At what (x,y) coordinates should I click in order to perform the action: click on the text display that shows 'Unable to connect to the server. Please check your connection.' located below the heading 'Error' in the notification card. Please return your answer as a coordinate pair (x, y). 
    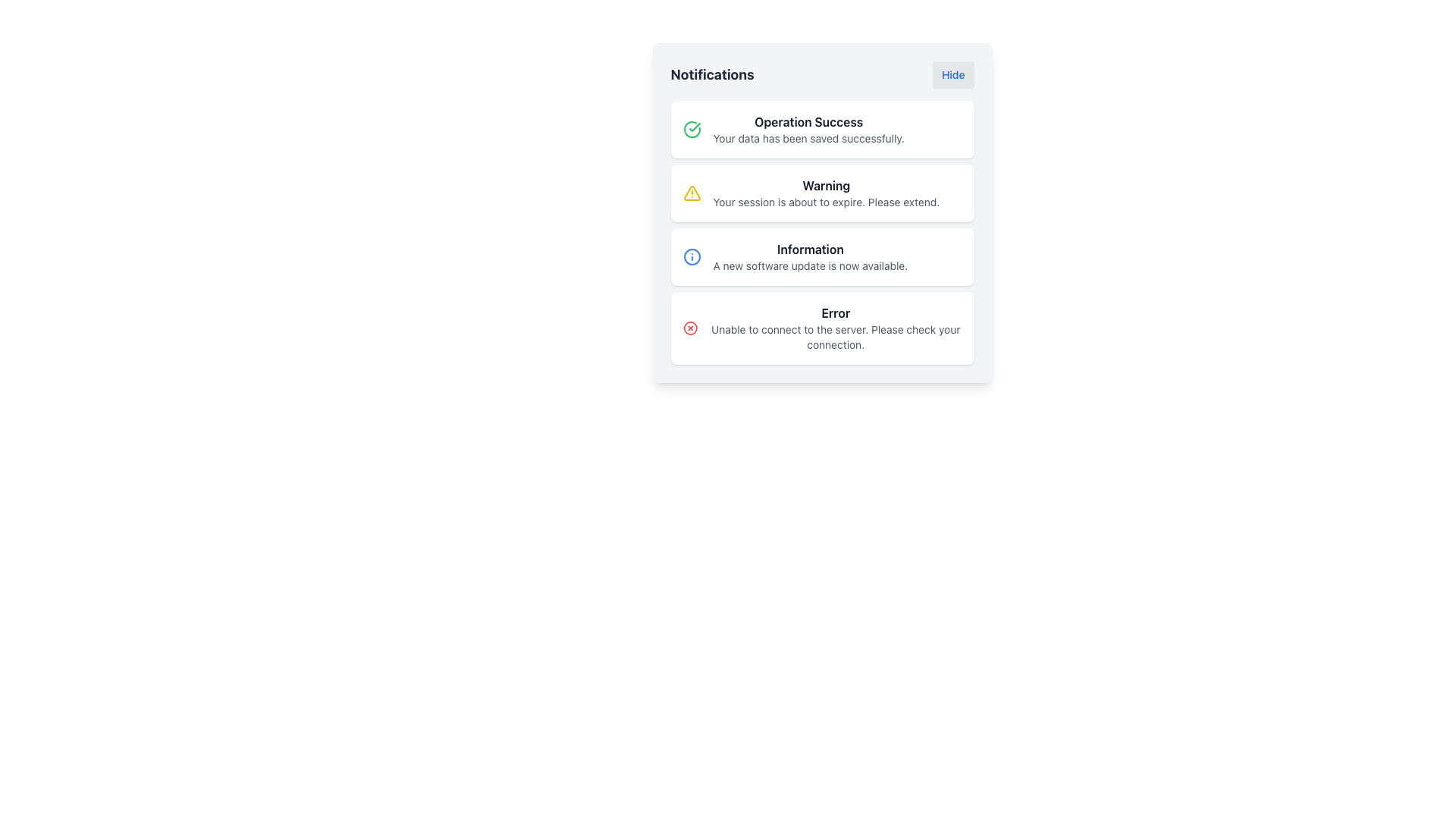
    Looking at the image, I should click on (835, 336).